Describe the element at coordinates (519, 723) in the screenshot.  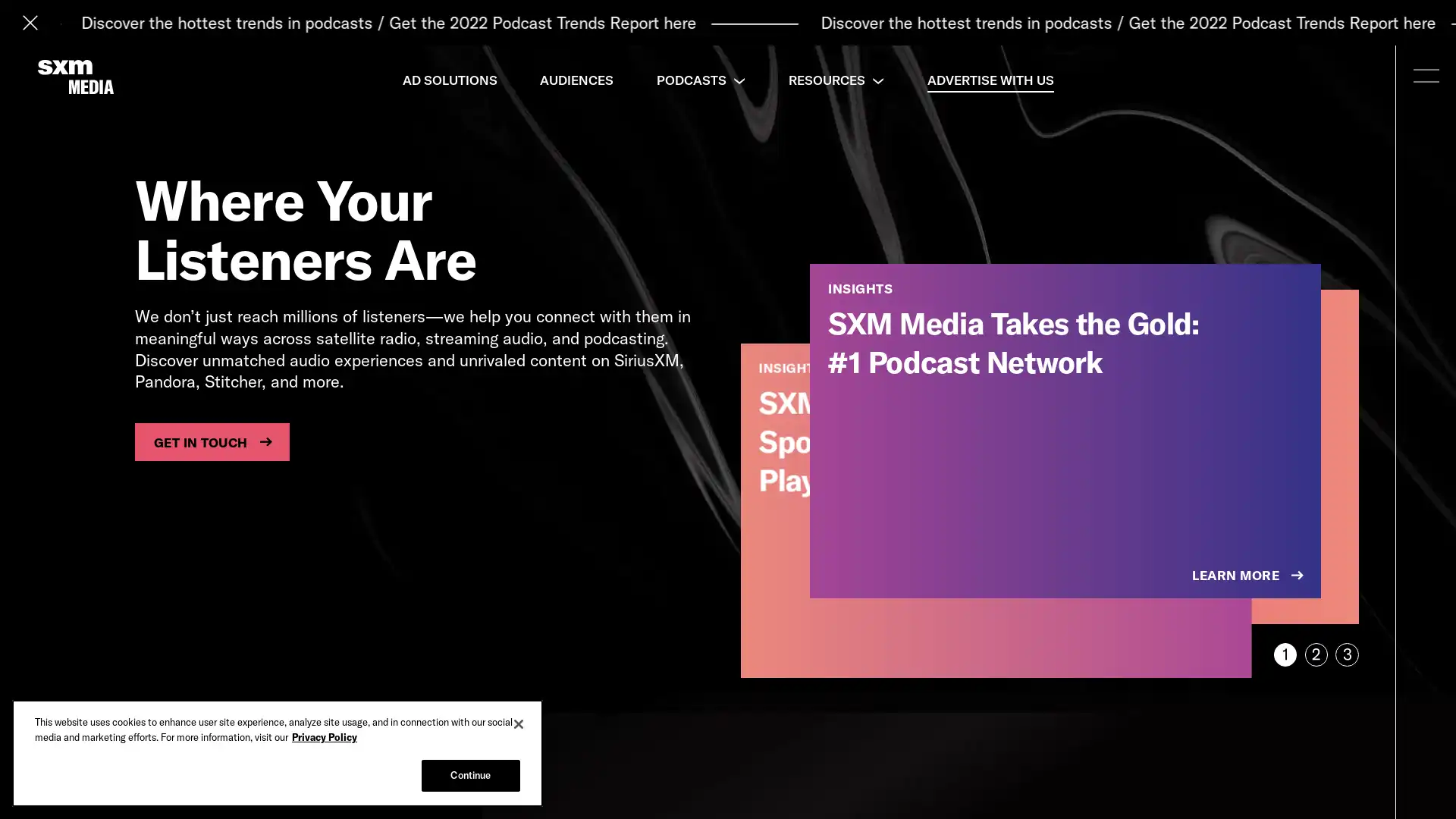
I see `Close` at that location.